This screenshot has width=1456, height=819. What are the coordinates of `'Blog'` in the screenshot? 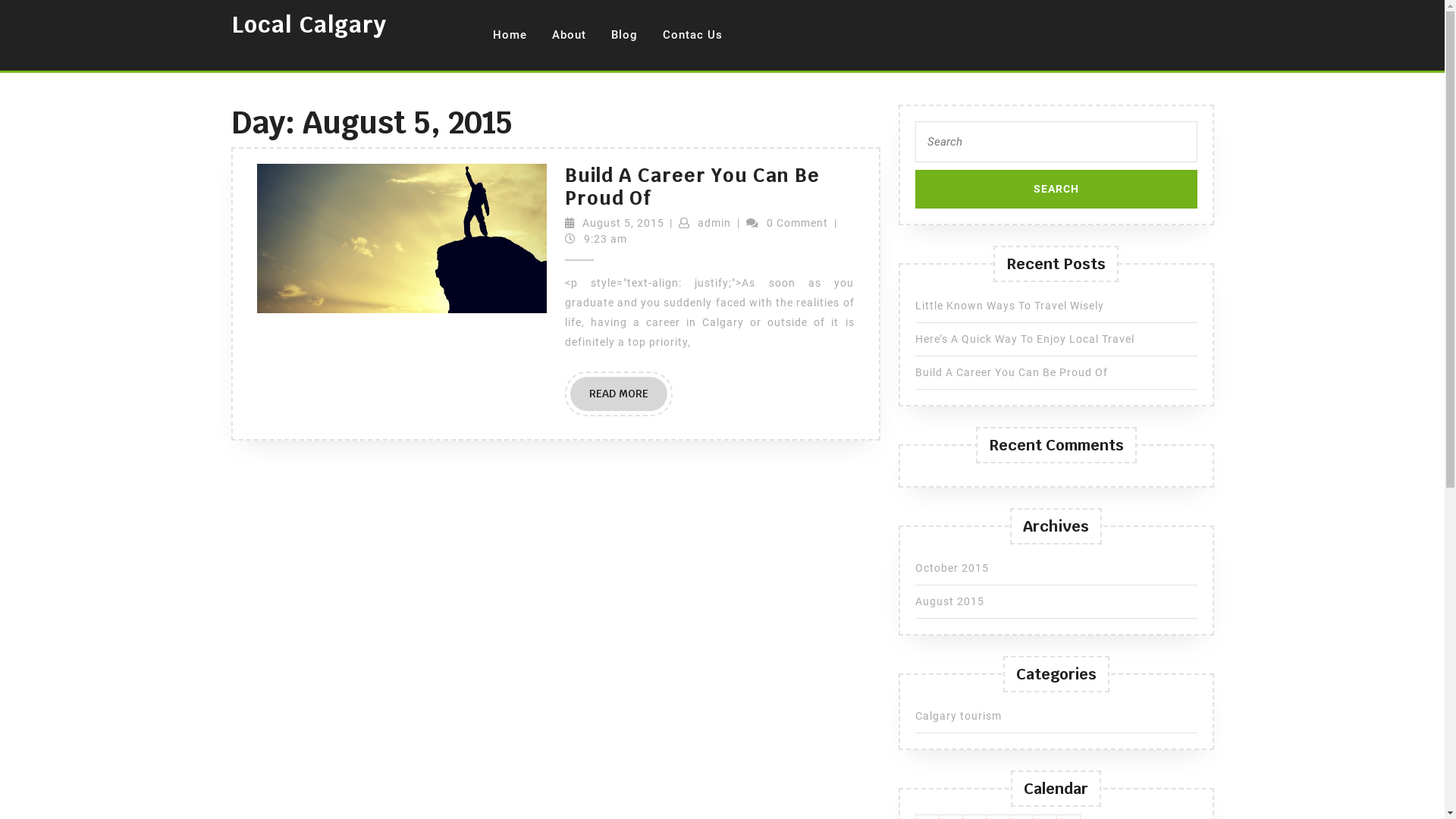 It's located at (623, 34).